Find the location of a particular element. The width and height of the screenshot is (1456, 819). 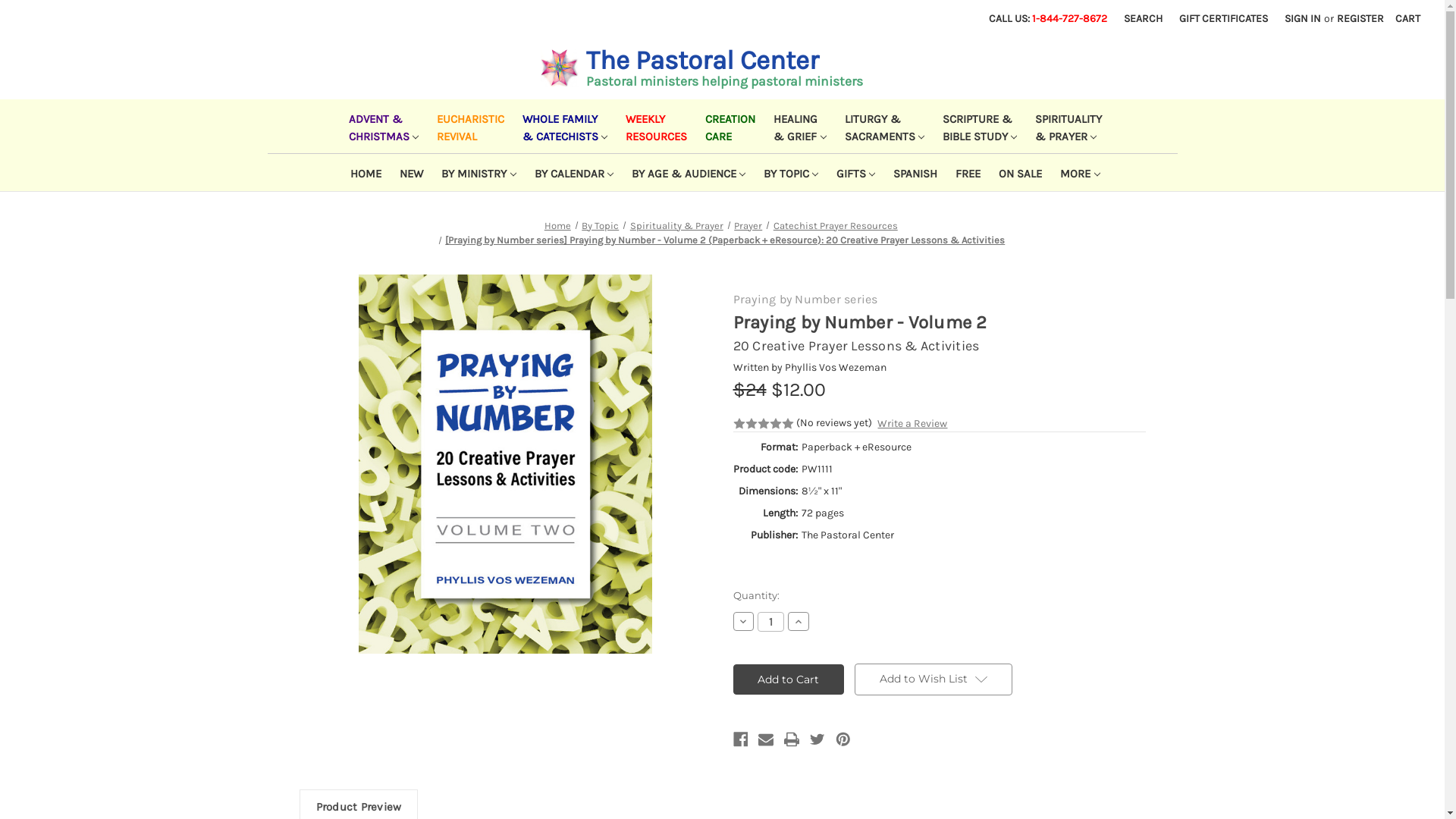

'CART' is located at coordinates (1407, 18).